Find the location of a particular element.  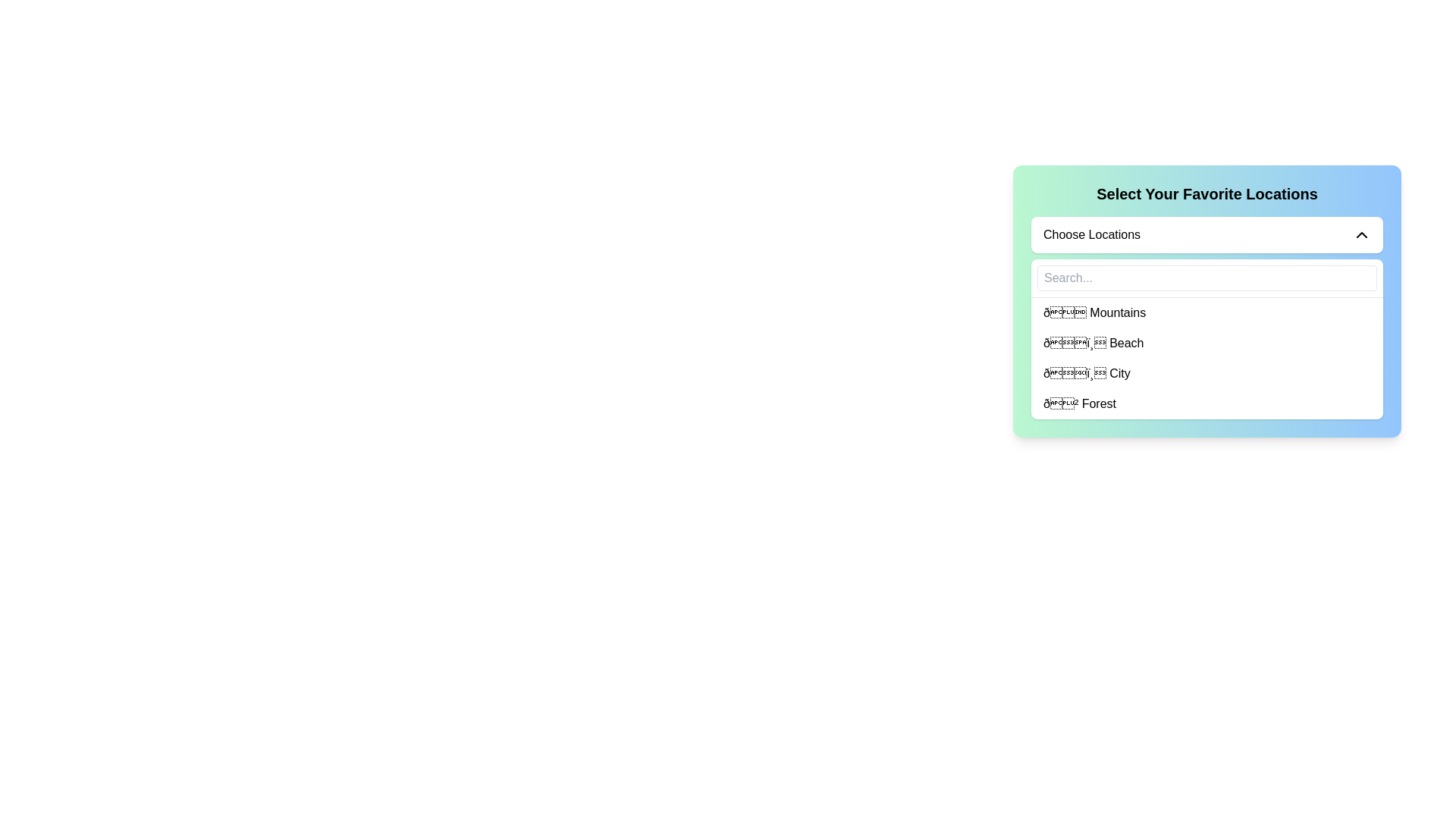

the dropdown list item displaying '🏖️ Beach' is located at coordinates (1094, 343).